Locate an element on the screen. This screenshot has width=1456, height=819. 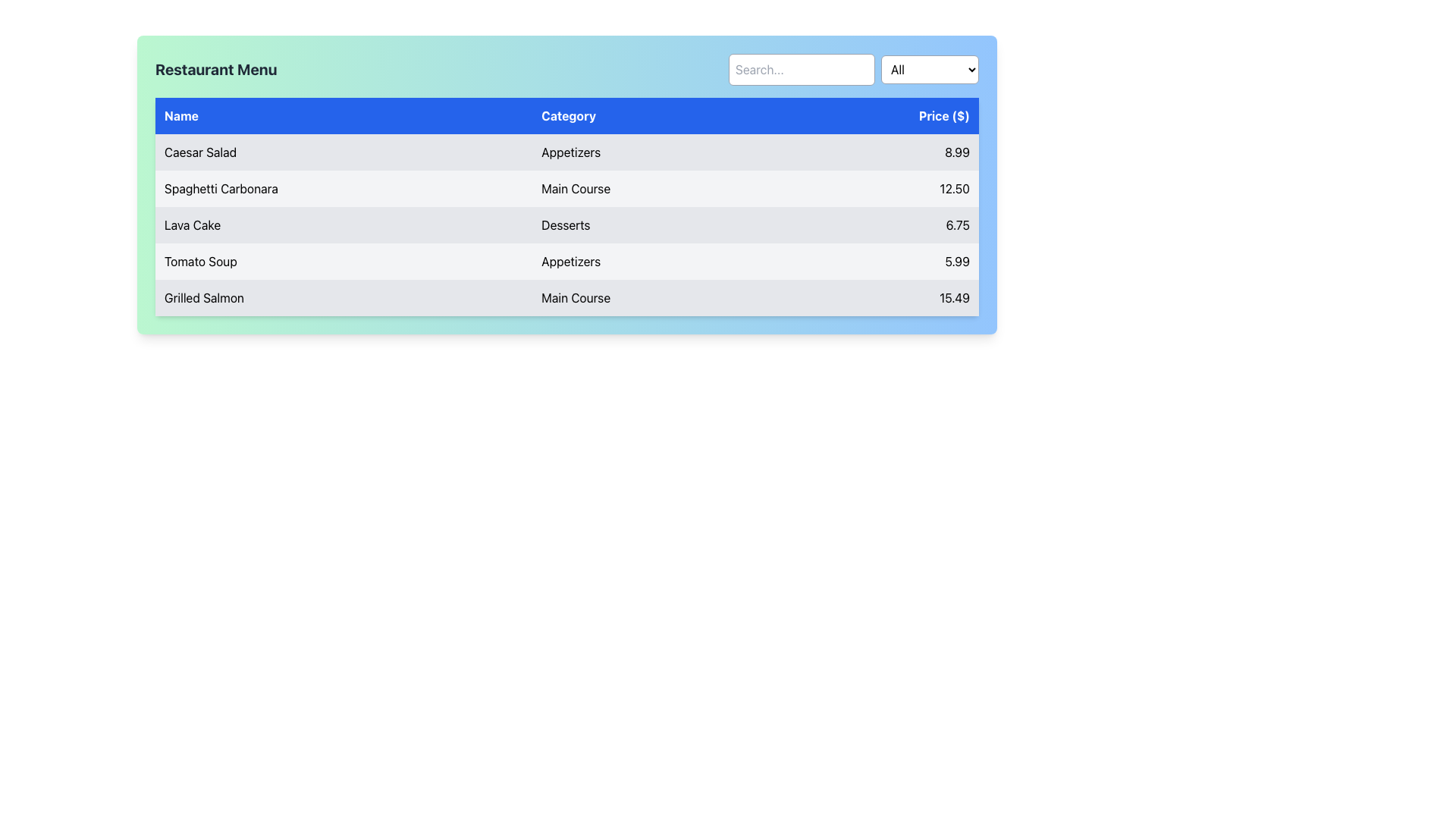
the Table Header Row, which provides context and labels for the columns of data in the table is located at coordinates (566, 115).